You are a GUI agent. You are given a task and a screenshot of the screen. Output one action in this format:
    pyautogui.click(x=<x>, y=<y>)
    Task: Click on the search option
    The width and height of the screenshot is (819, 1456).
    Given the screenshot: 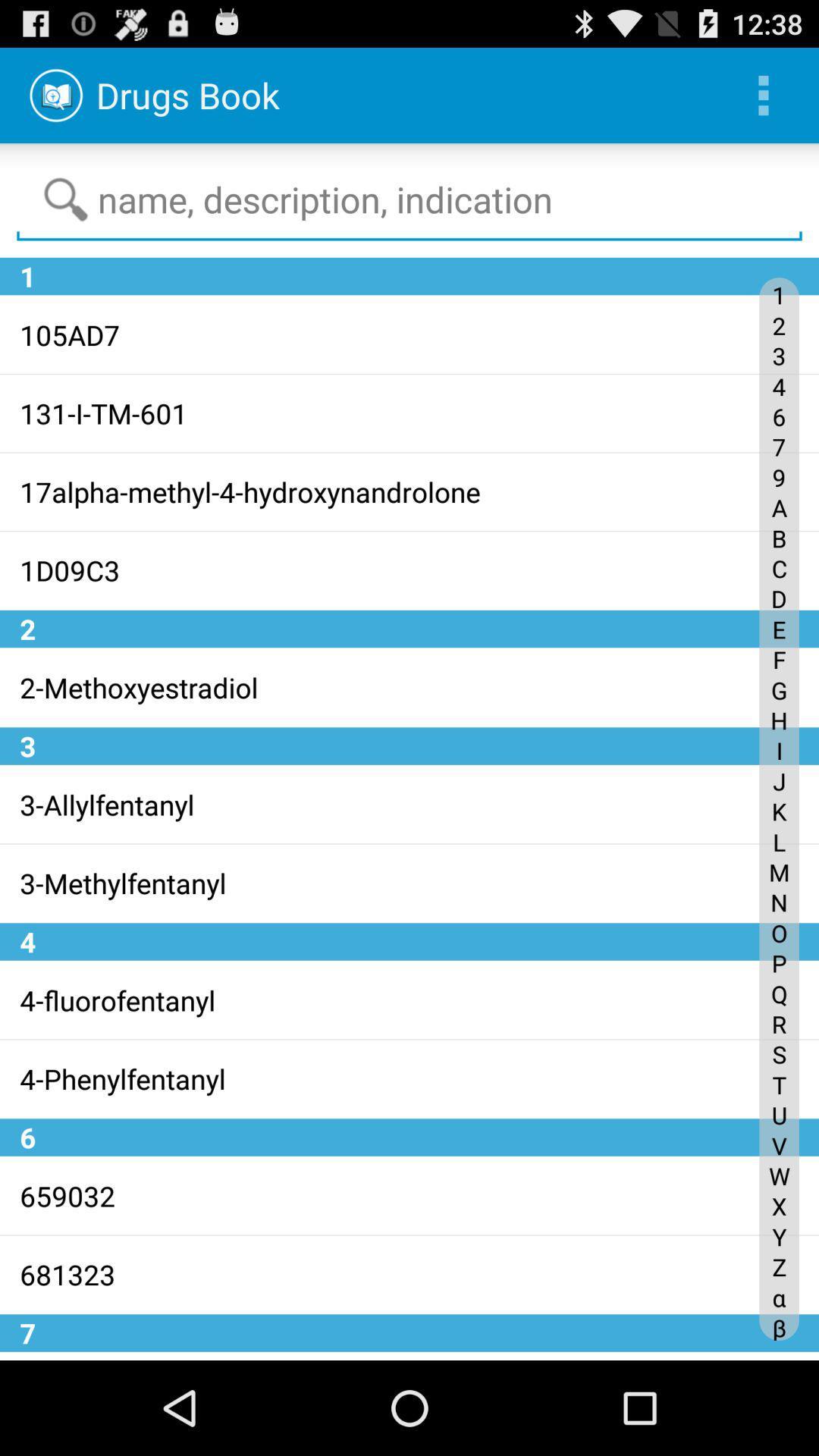 What is the action you would take?
    pyautogui.click(x=409, y=199)
    